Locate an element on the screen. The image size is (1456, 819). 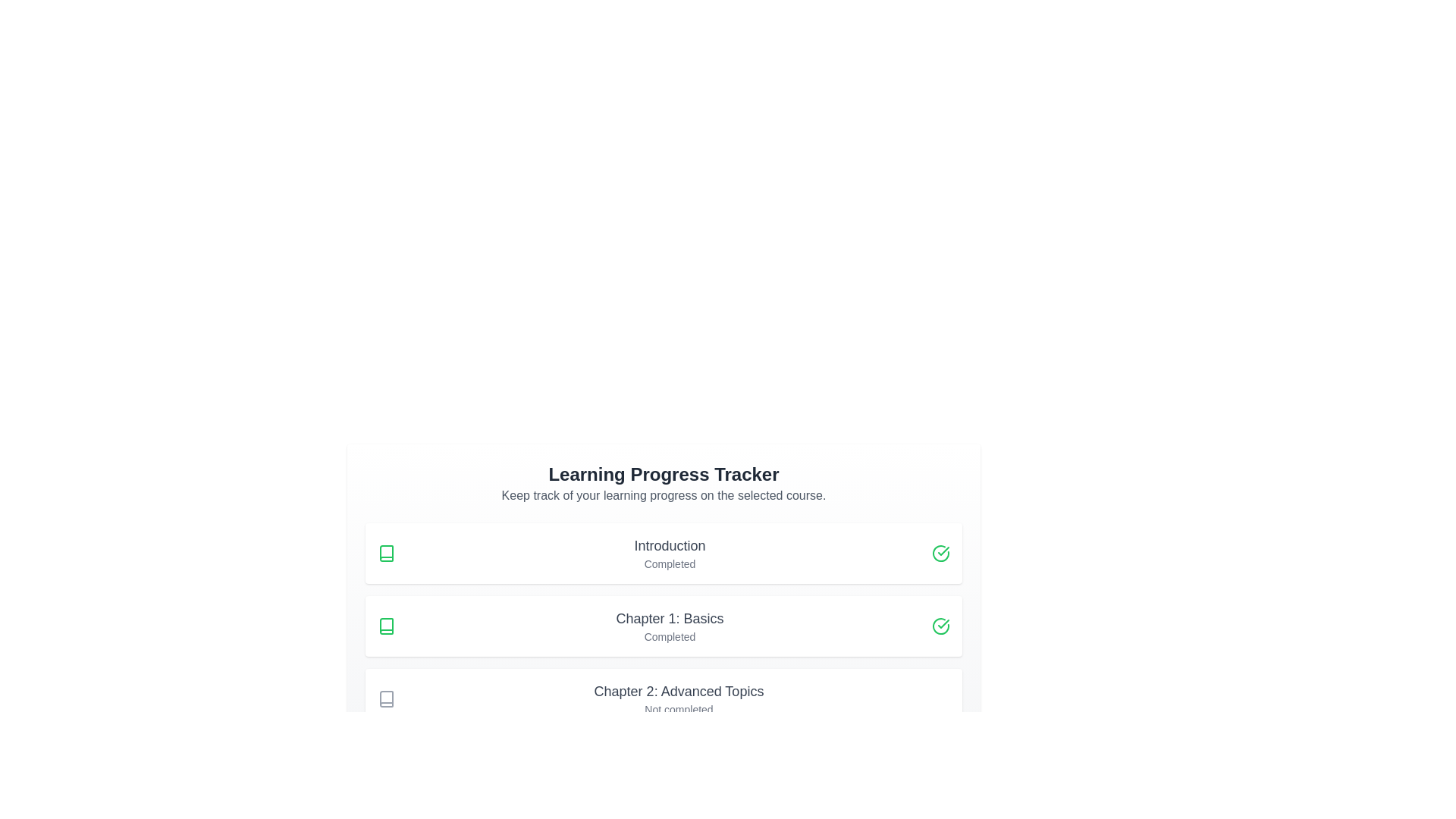
the informational card that displays the heading 'Chapter 2: Advanced Topics' and the caption 'Not completed', located below 'Chapter 1: Basics' in the learning progress tracker is located at coordinates (678, 698).